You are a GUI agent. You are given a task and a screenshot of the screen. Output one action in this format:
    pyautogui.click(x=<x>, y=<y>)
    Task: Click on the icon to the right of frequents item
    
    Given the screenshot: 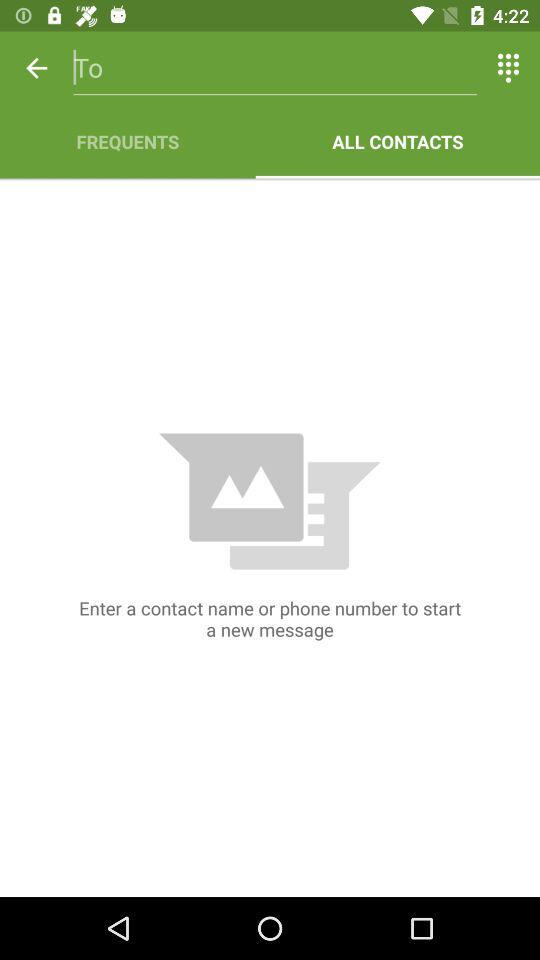 What is the action you would take?
    pyautogui.click(x=397, y=140)
    